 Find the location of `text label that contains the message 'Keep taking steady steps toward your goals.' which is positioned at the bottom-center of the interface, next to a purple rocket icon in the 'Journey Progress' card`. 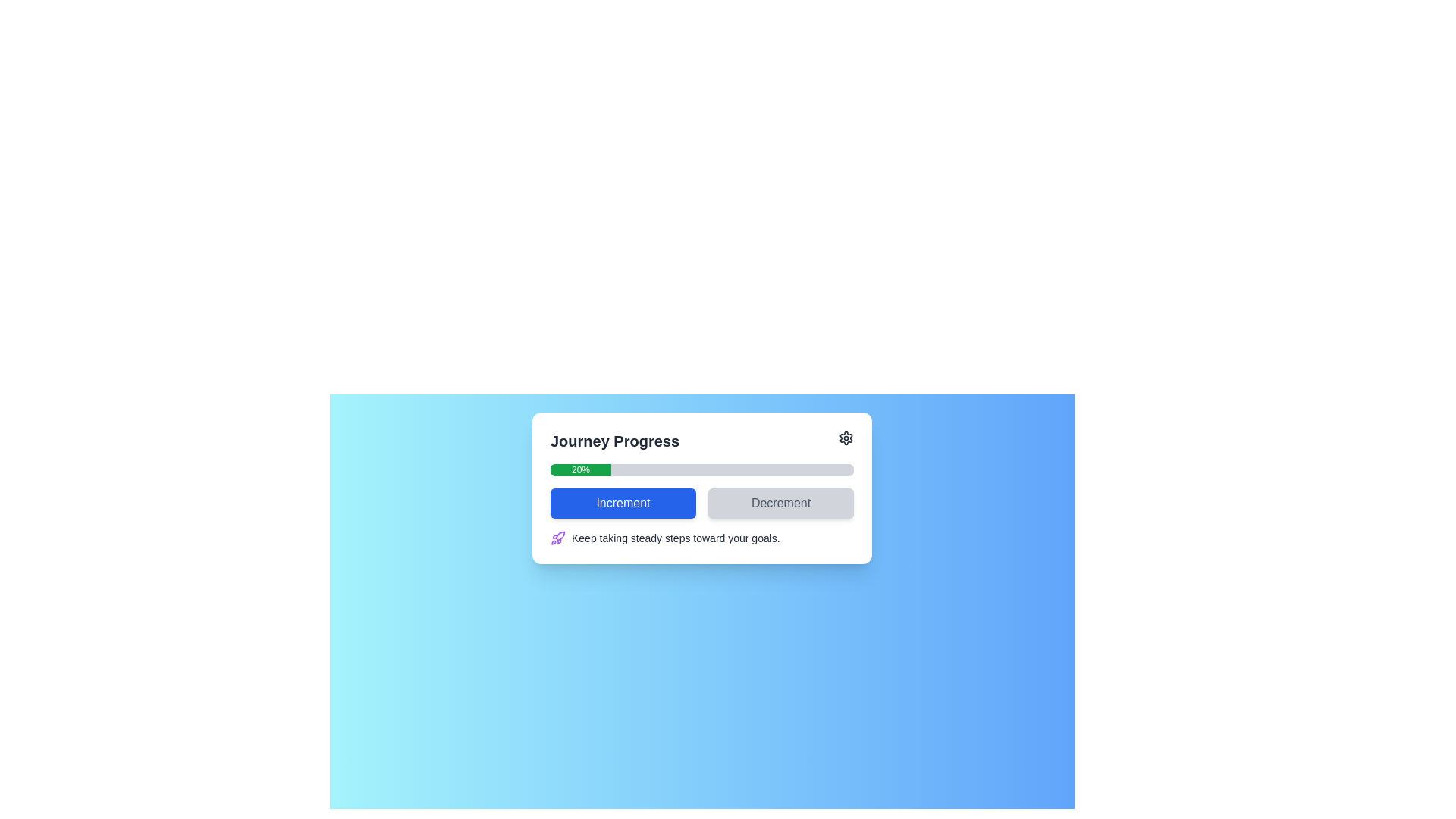

text label that contains the message 'Keep taking steady steps toward your goals.' which is positioned at the bottom-center of the interface, next to a purple rocket icon in the 'Journey Progress' card is located at coordinates (675, 537).